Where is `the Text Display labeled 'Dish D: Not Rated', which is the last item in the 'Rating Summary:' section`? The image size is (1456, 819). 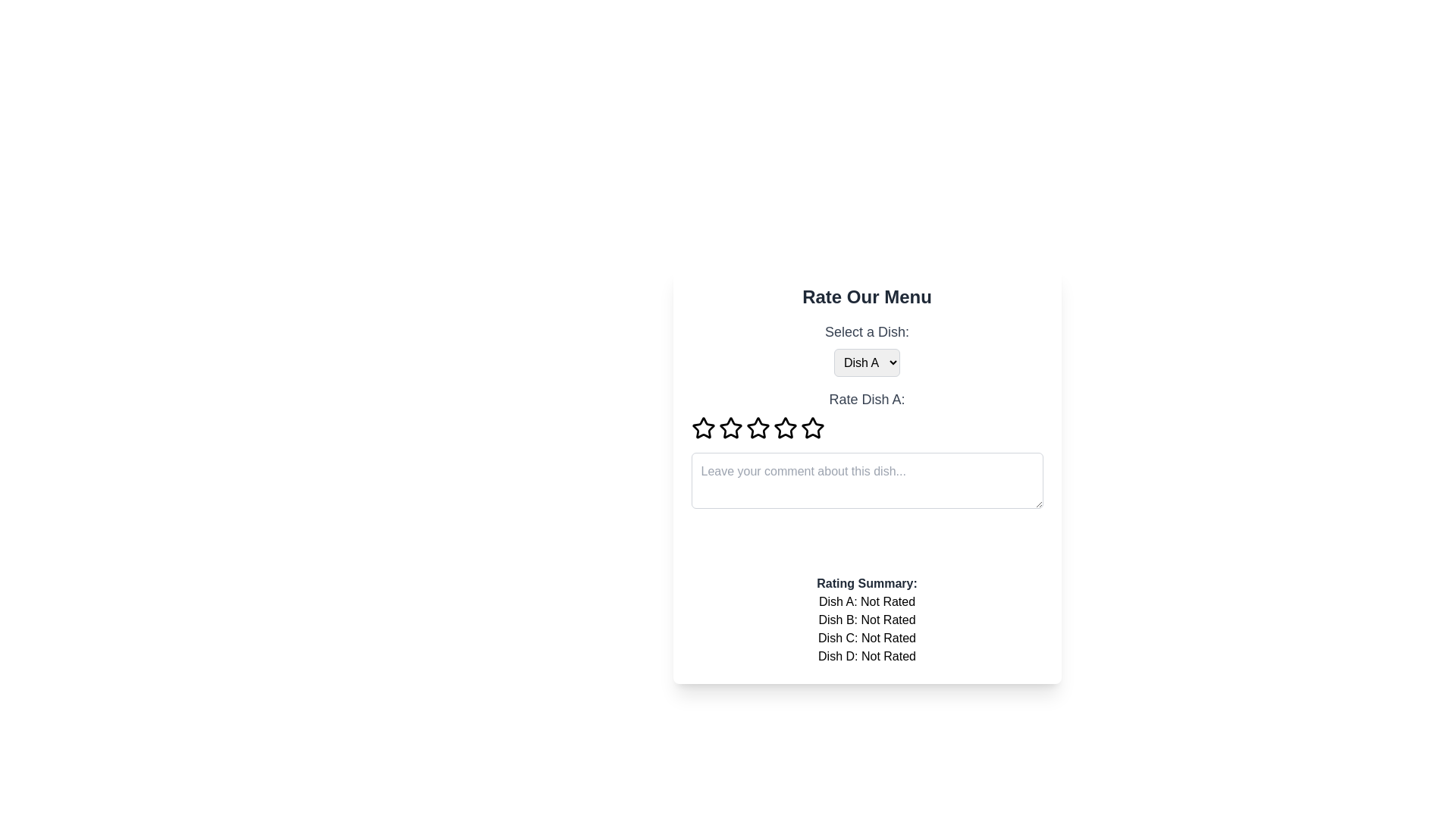 the Text Display labeled 'Dish D: Not Rated', which is the last item in the 'Rating Summary:' section is located at coordinates (867, 656).